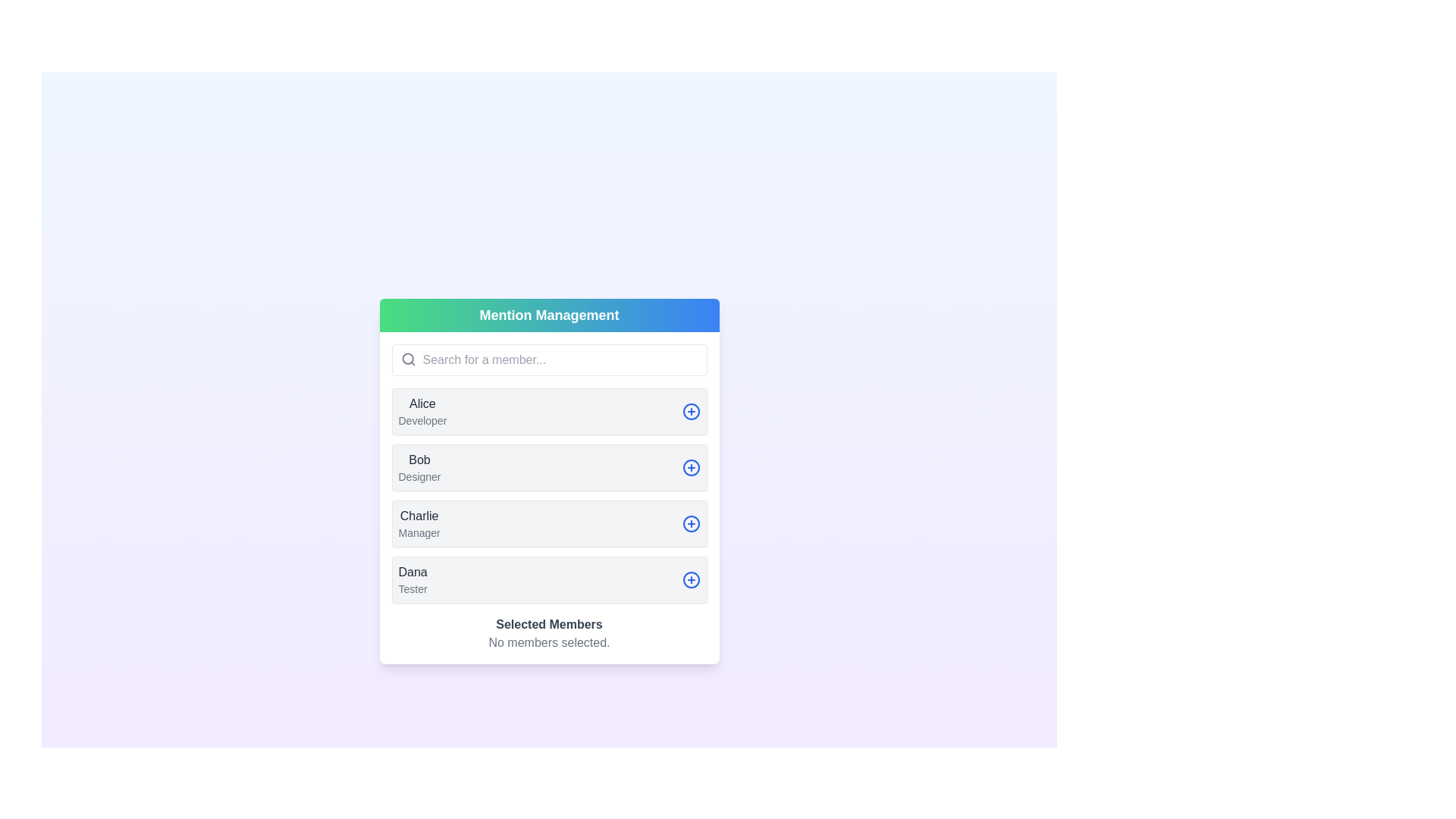 The image size is (1456, 819). Describe the element at coordinates (419, 522) in the screenshot. I see `the text labels displaying 'Charlie' and 'Manager' in the third position under the 'Mention Management' header` at that location.